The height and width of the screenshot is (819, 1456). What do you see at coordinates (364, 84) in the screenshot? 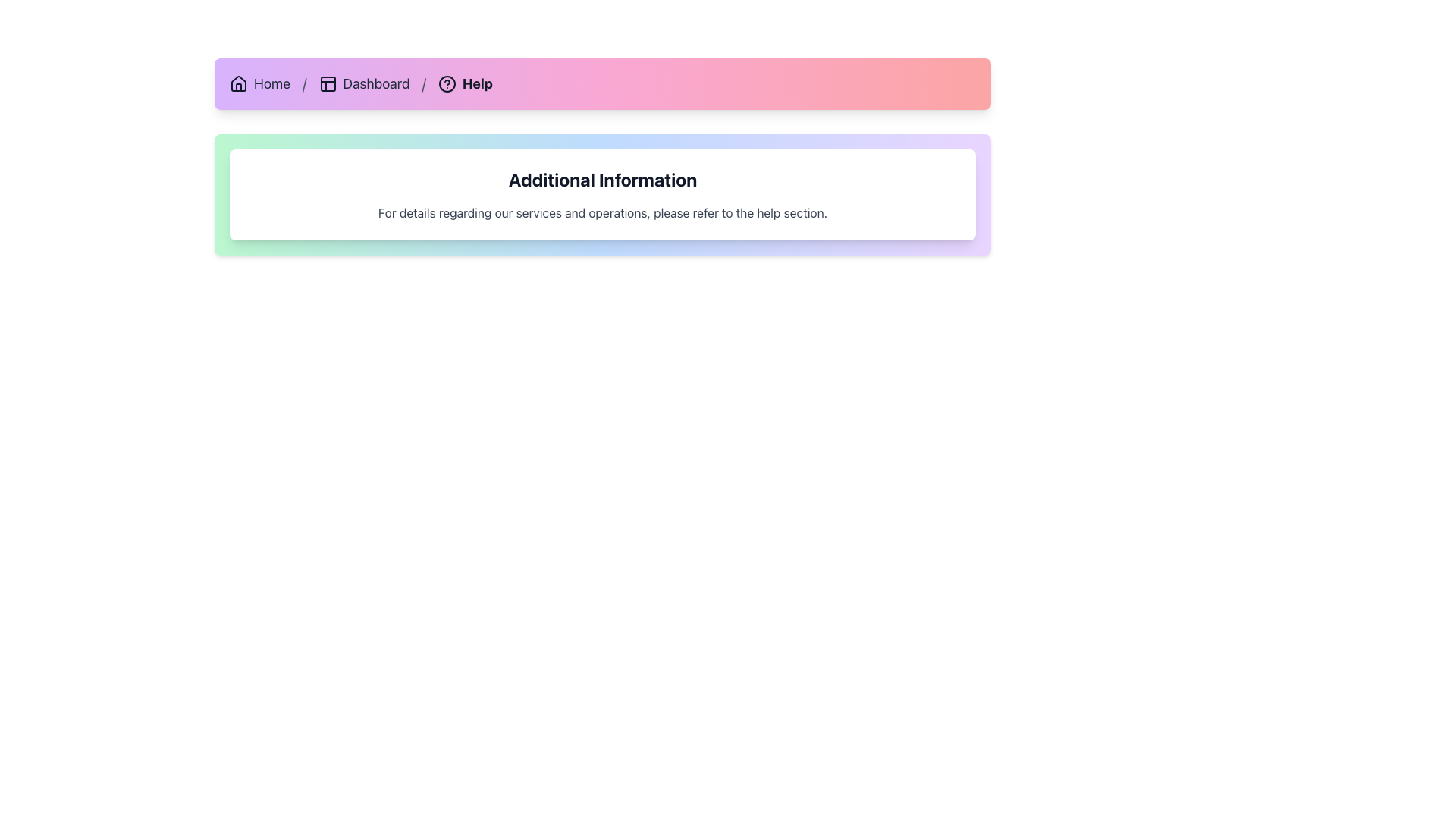
I see `the 'Dashboard' Breadcrumb navigation item` at bounding box center [364, 84].